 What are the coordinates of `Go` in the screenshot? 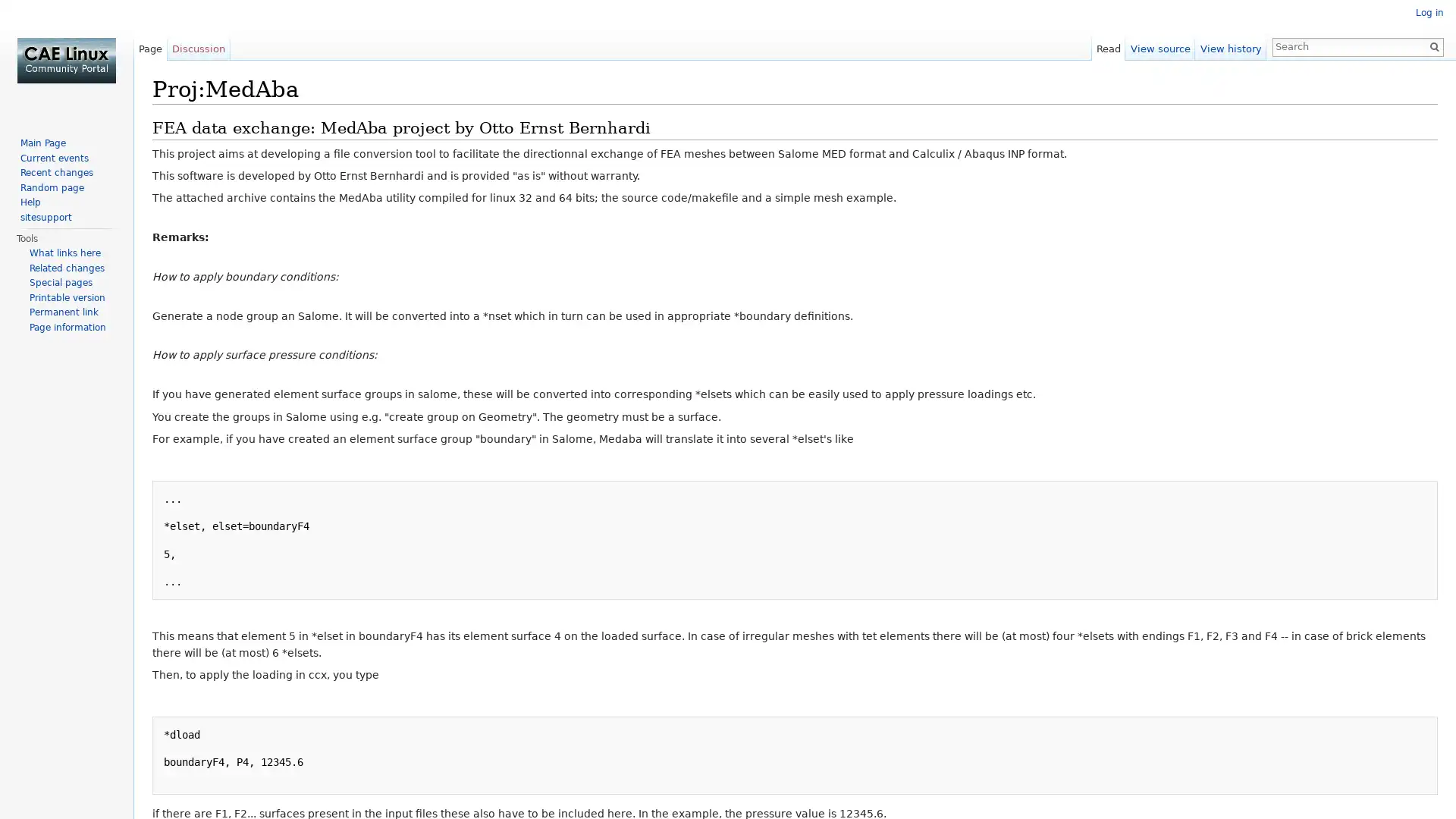 It's located at (1433, 45).